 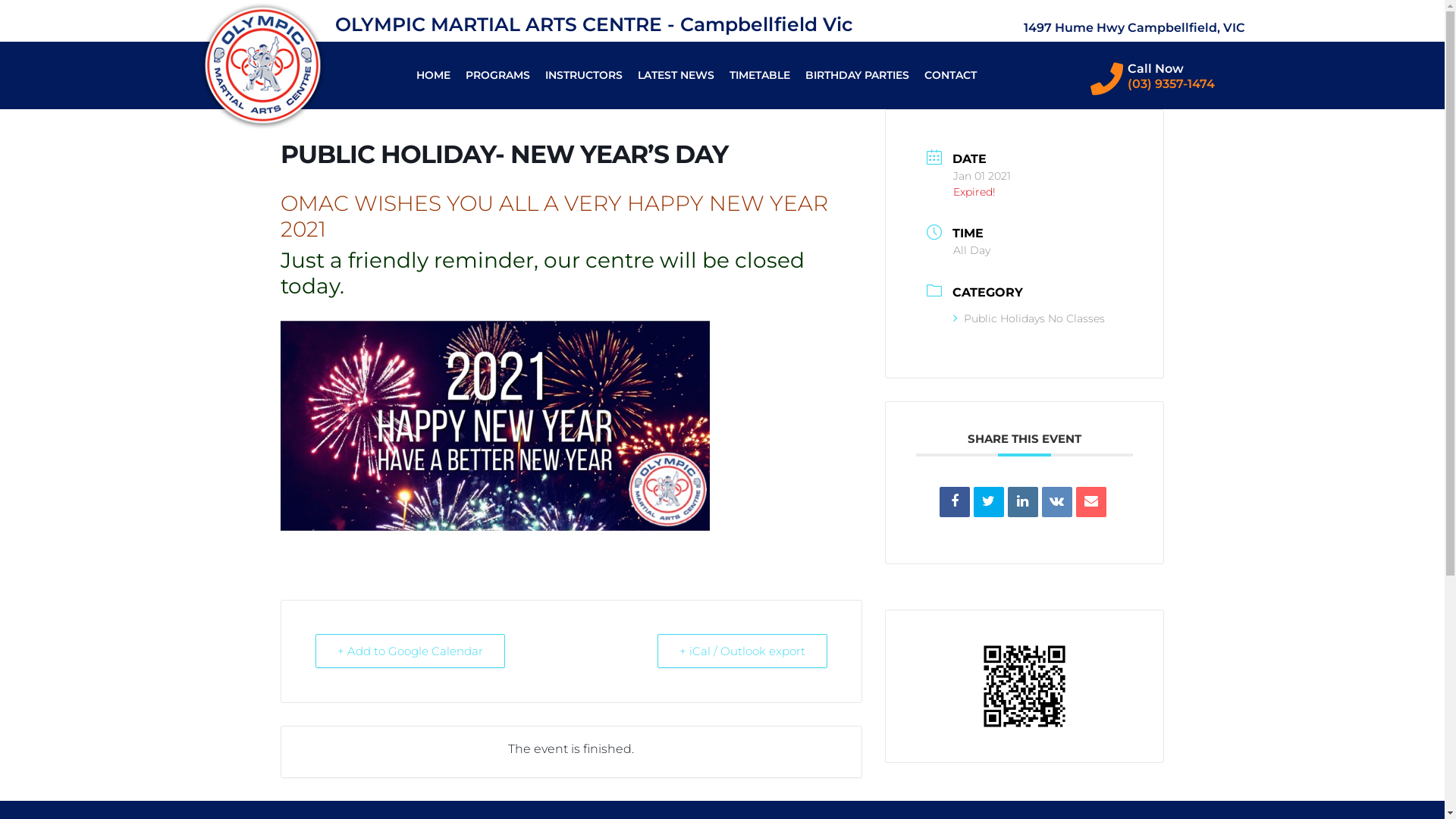 What do you see at coordinates (408, 75) in the screenshot?
I see `'HOME'` at bounding box center [408, 75].